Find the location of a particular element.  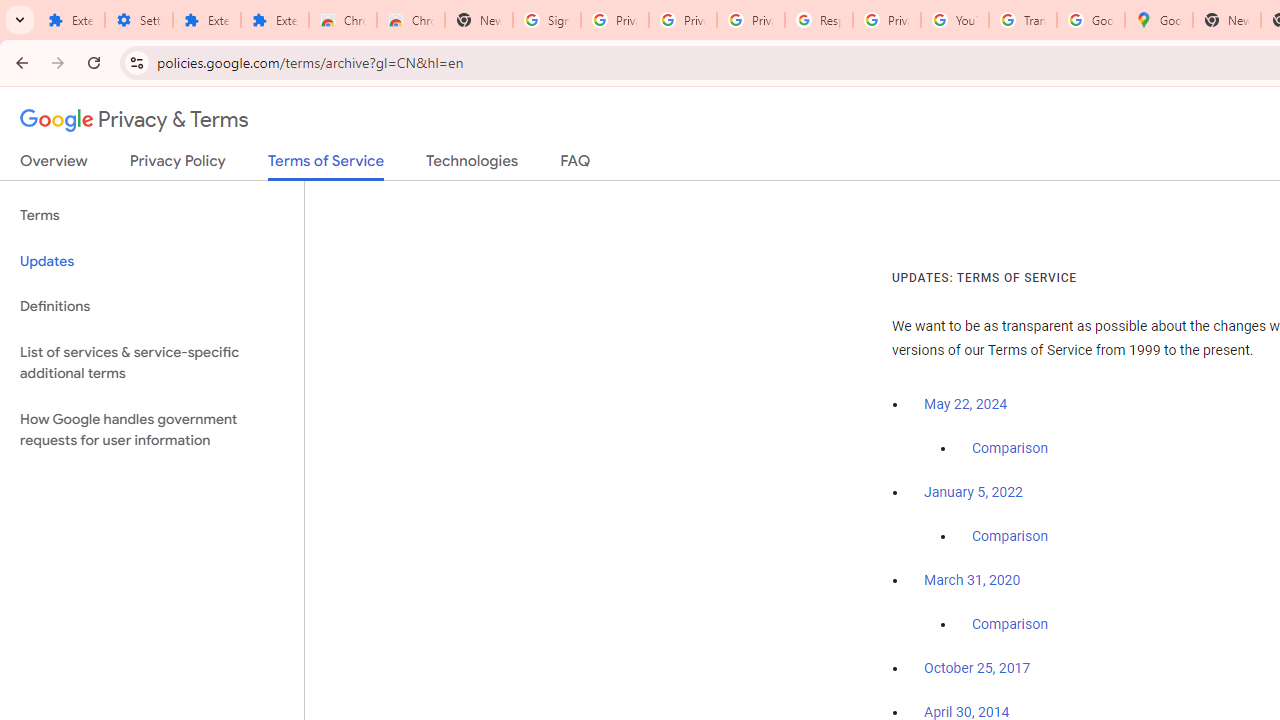

'FAQ' is located at coordinates (575, 164).